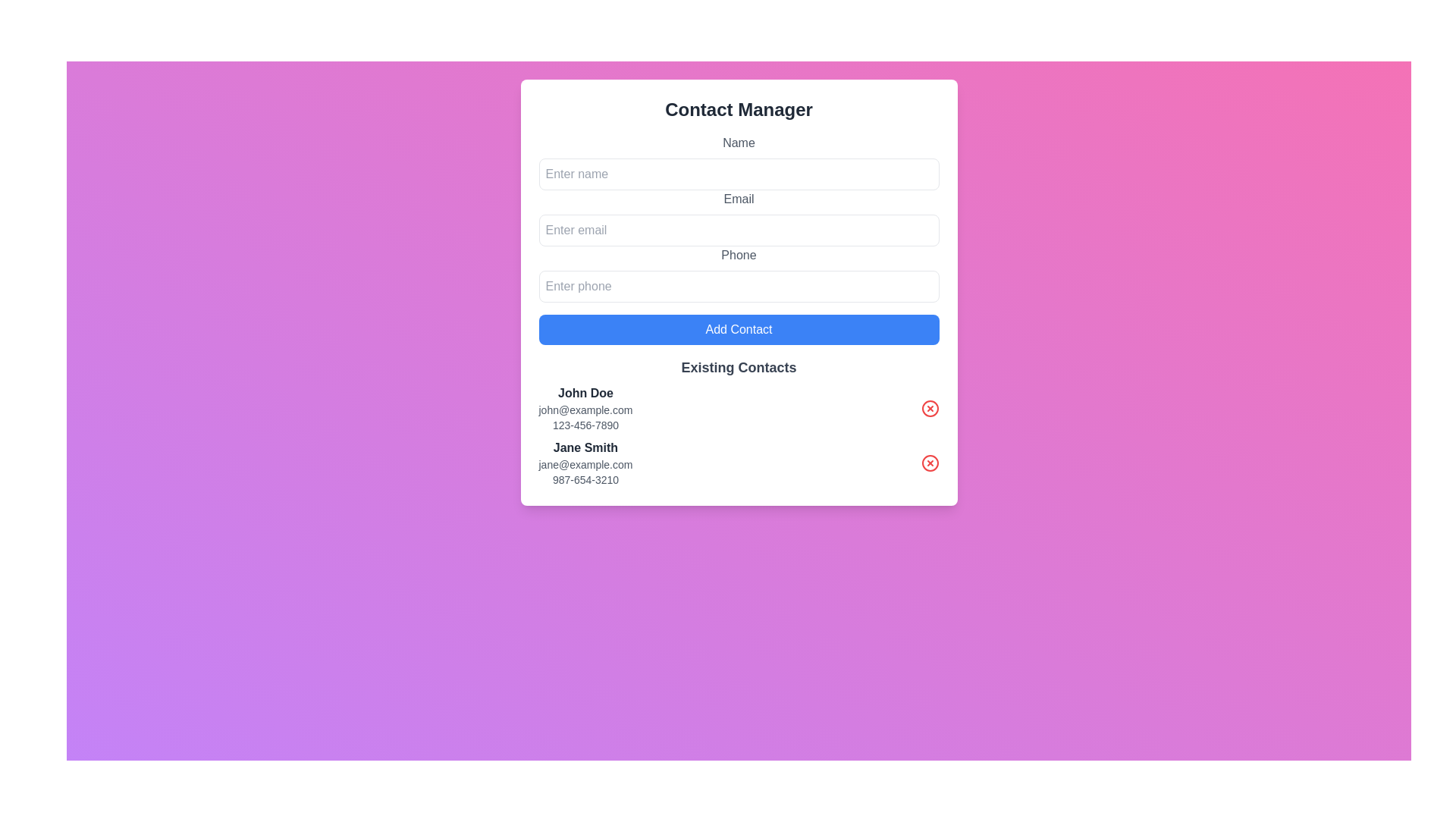 Image resolution: width=1456 pixels, height=819 pixels. Describe the element at coordinates (739, 143) in the screenshot. I see `the text label displaying 'Name', which is styled in gray and positioned at the top of the form layout above the name input field` at that location.